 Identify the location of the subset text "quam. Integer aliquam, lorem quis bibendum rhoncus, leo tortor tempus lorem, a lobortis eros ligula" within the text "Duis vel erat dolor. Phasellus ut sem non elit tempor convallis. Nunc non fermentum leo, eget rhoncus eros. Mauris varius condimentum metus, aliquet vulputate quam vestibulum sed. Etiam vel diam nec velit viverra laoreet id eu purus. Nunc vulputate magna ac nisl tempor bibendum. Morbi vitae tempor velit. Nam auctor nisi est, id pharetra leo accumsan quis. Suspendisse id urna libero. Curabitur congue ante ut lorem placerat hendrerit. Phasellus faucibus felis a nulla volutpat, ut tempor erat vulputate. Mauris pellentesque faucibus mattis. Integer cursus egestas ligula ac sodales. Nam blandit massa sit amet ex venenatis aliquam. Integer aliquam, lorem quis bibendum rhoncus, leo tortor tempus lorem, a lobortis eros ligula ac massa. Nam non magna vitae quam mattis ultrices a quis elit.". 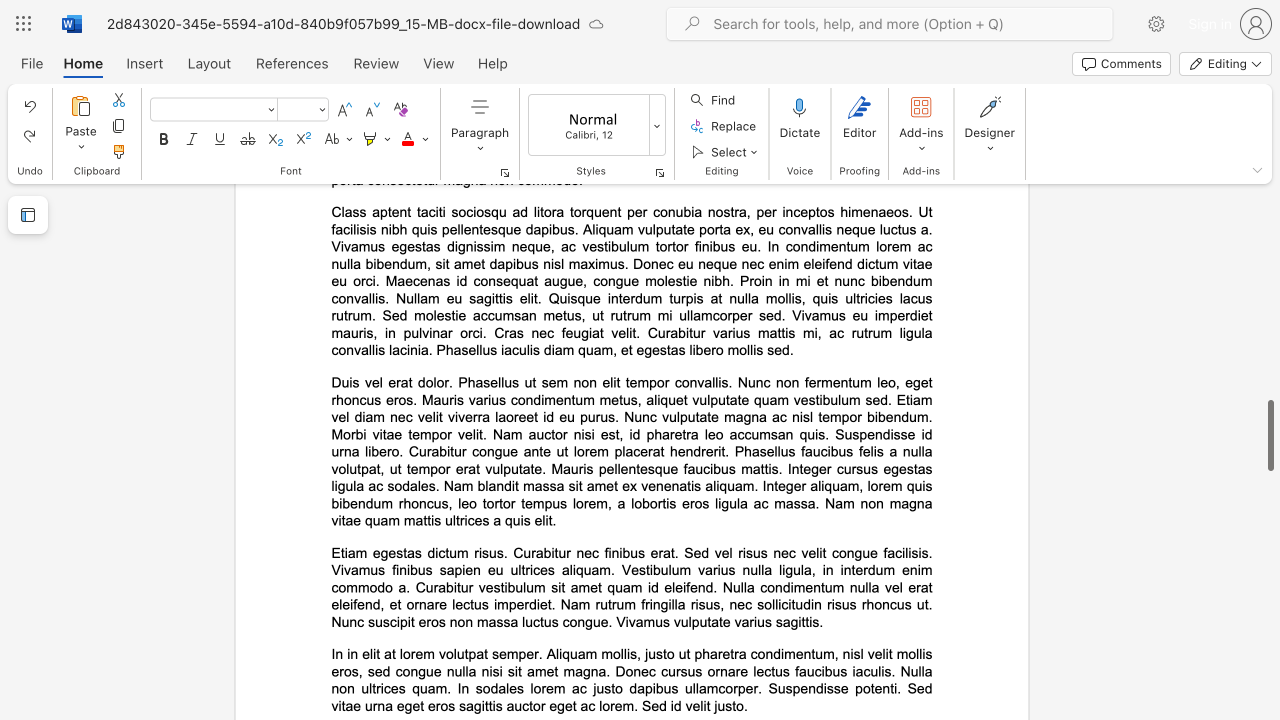
(719, 486).